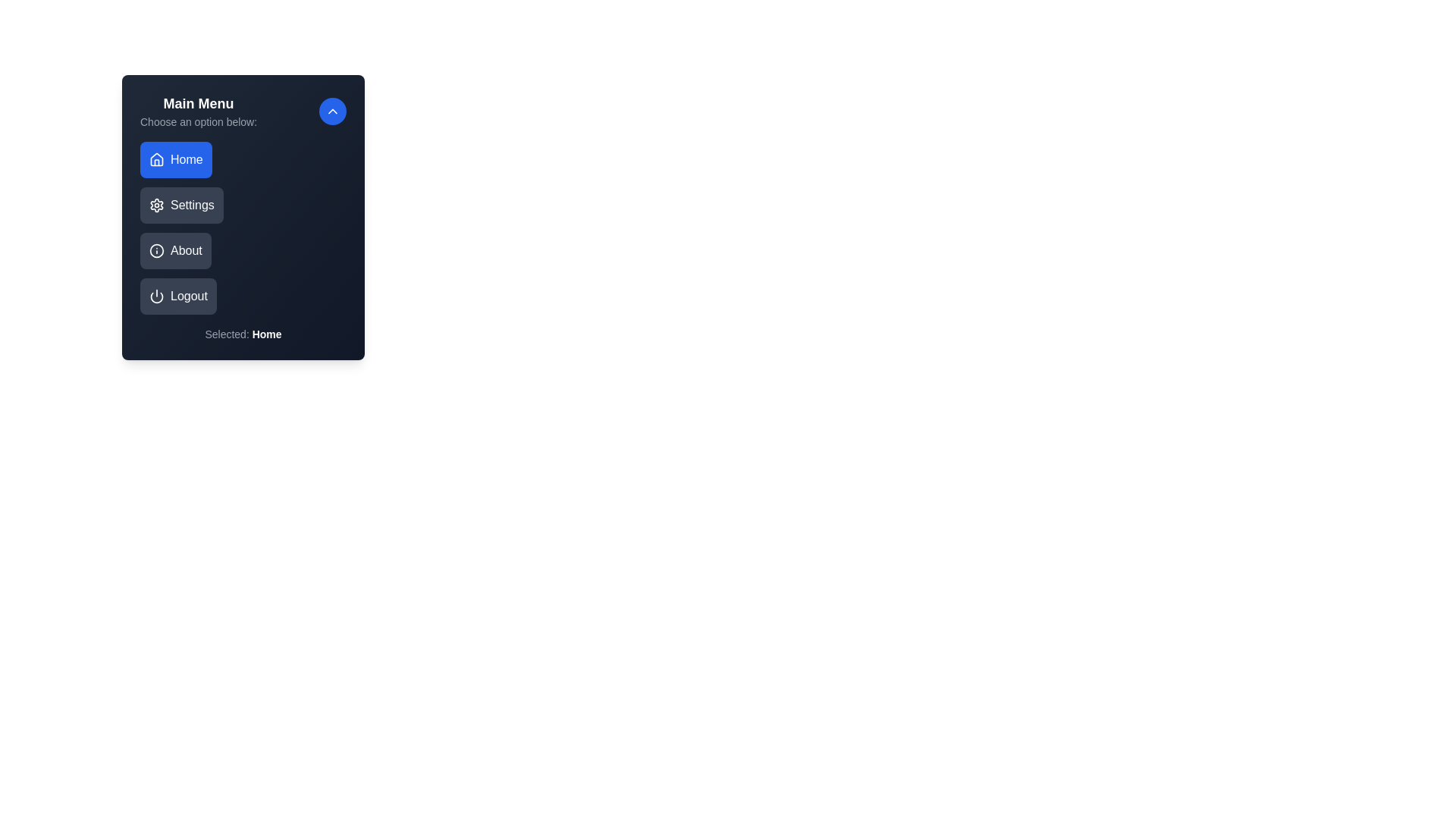 The image size is (1456, 819). What do you see at coordinates (175, 250) in the screenshot?
I see `the 'About' button, which is a rectangular button with white text and an information icon, located in the vertical menu below 'Settings' and above 'Logout'` at bounding box center [175, 250].